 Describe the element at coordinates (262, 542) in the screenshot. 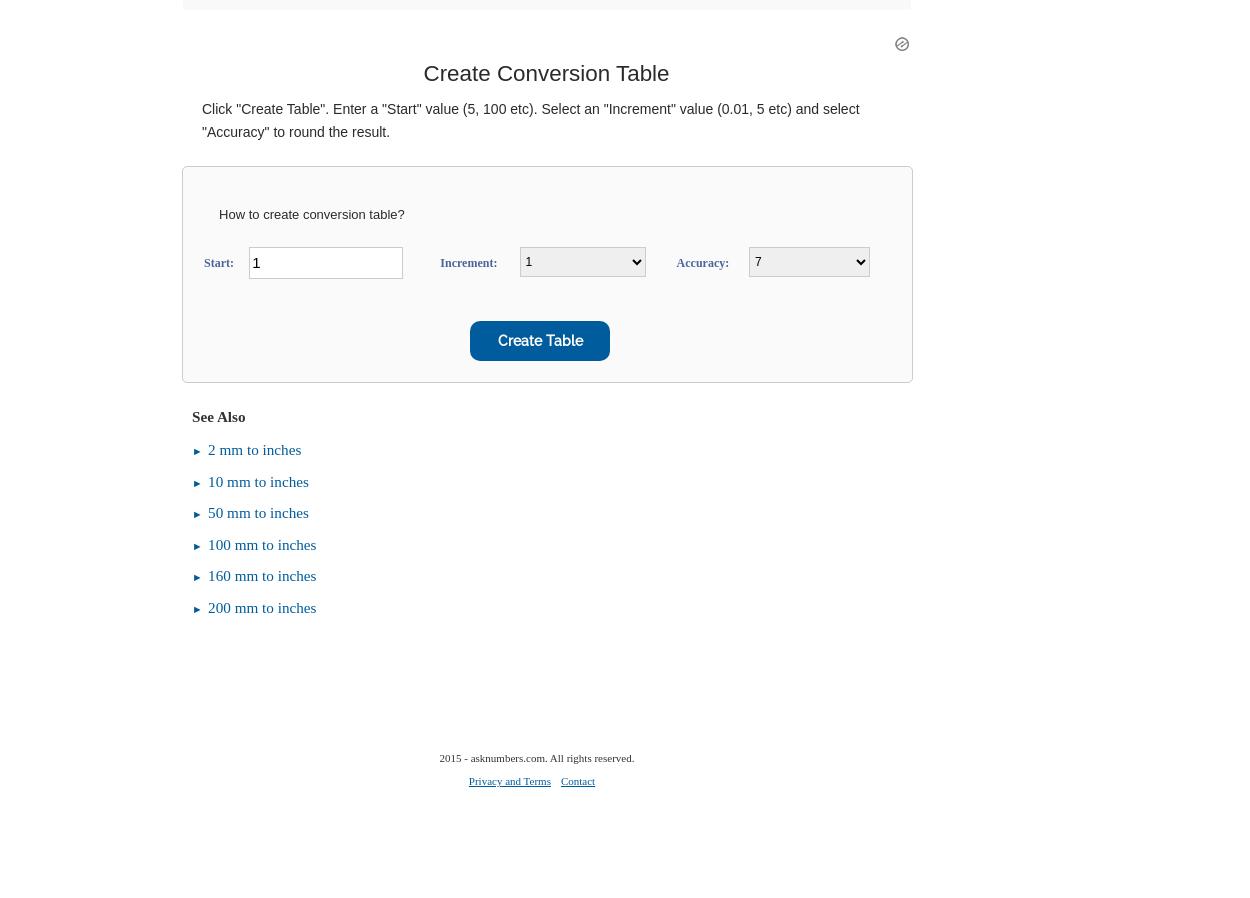

I see `'100 mm to inches'` at that location.